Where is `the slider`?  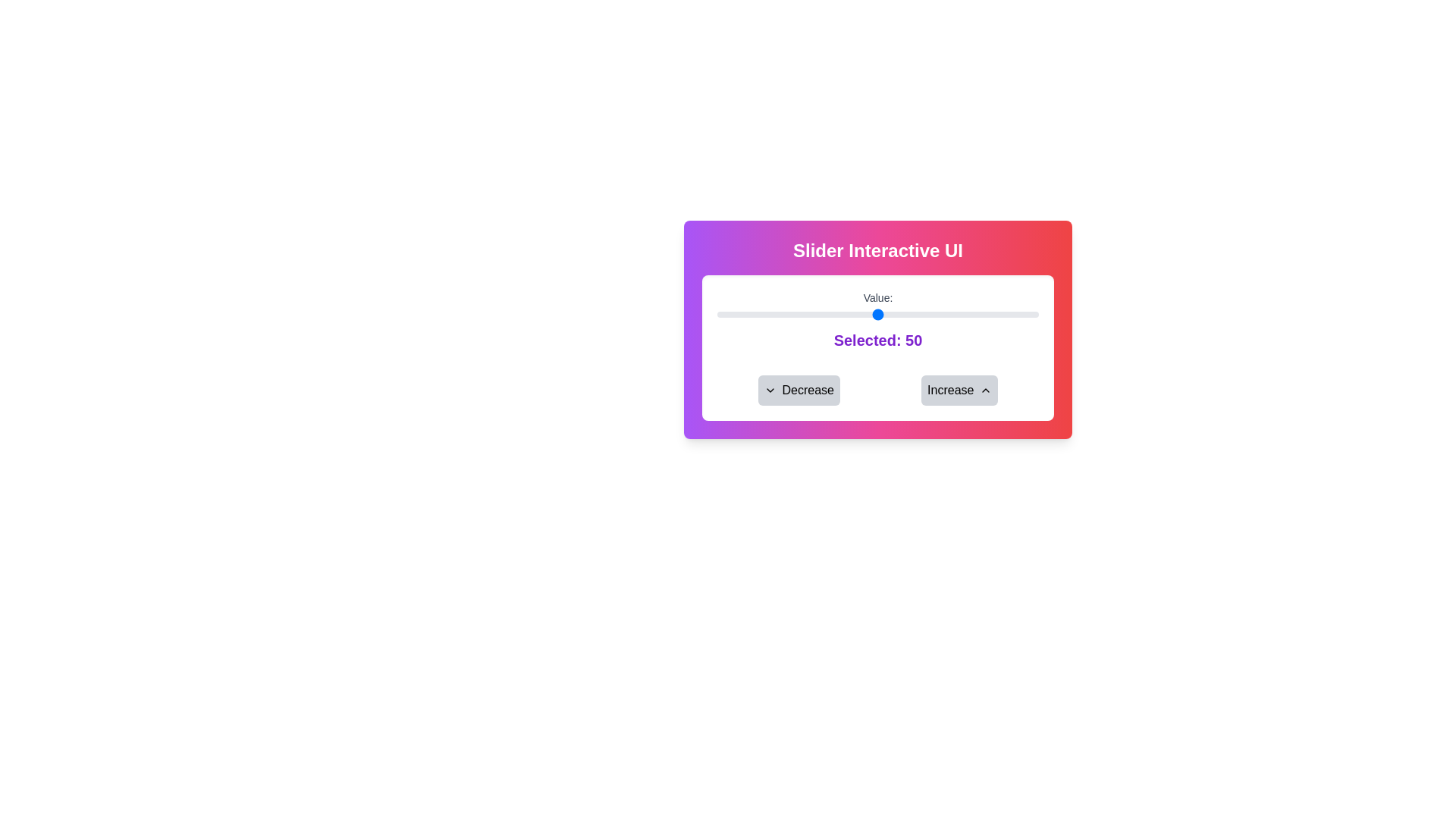
the slider is located at coordinates (762, 314).